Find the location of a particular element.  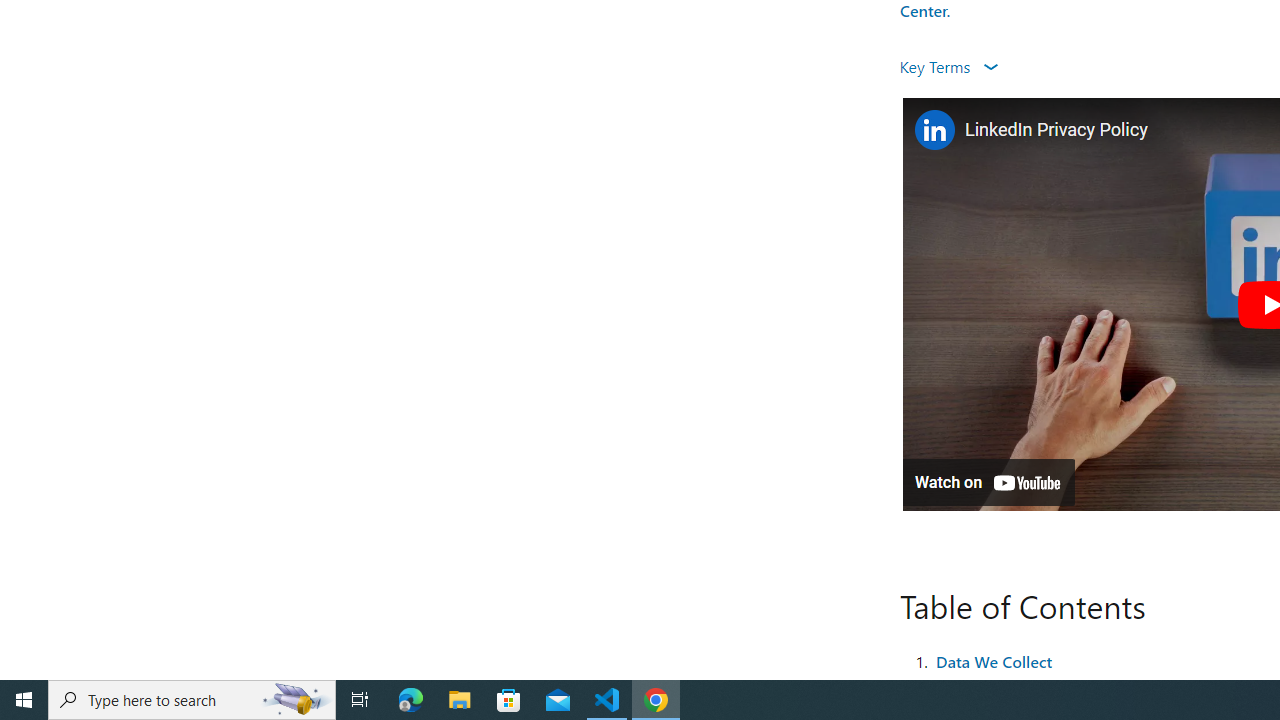

'Data We Collect' is located at coordinates (993, 660).